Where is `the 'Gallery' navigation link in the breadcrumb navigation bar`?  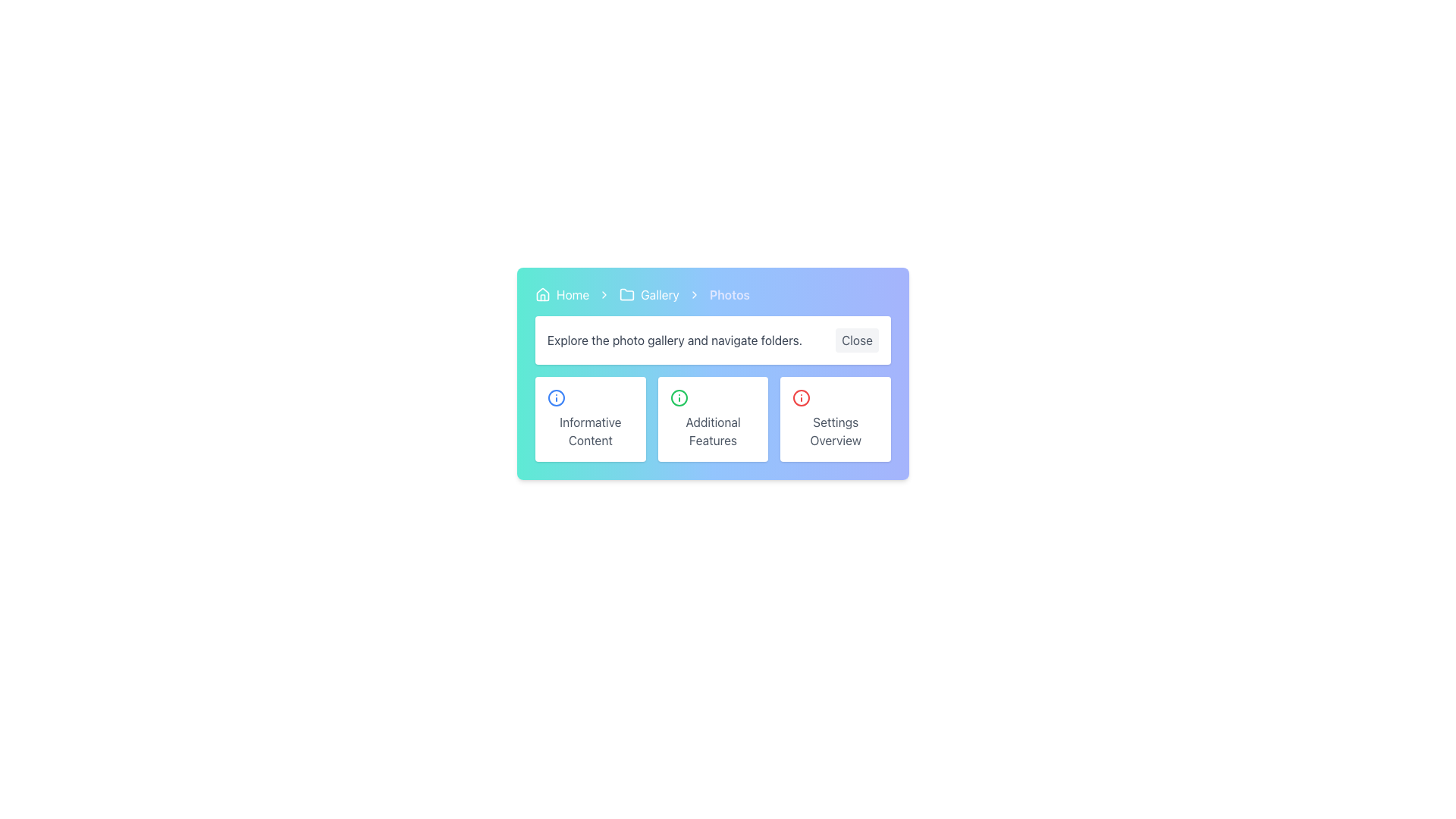 the 'Gallery' navigation link in the breadcrumb navigation bar is located at coordinates (649, 295).